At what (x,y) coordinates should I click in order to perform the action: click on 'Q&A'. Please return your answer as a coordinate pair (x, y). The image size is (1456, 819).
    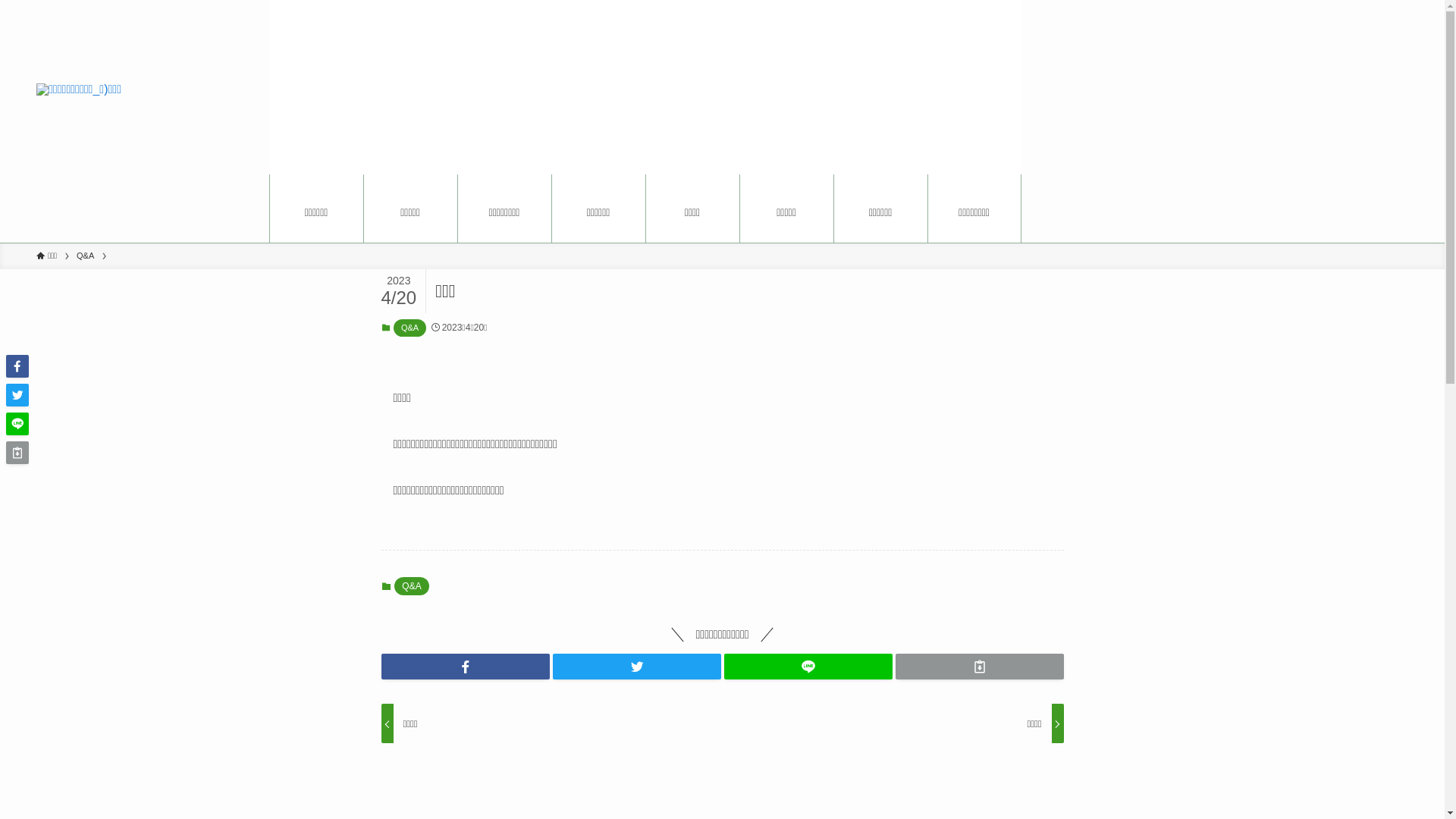
    Looking at the image, I should click on (411, 585).